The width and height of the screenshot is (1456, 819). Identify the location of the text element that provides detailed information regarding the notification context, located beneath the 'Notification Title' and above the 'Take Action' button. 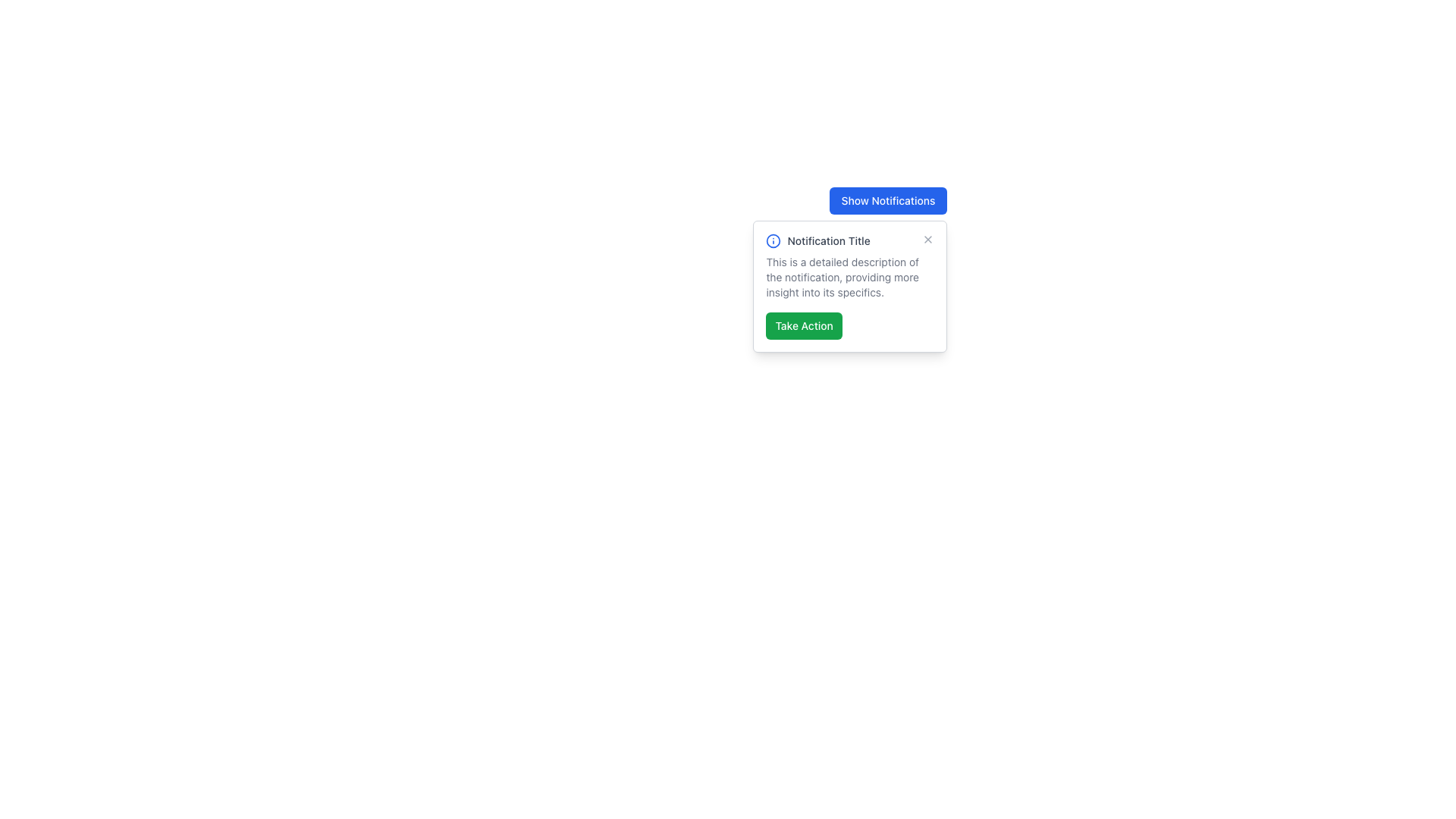
(850, 278).